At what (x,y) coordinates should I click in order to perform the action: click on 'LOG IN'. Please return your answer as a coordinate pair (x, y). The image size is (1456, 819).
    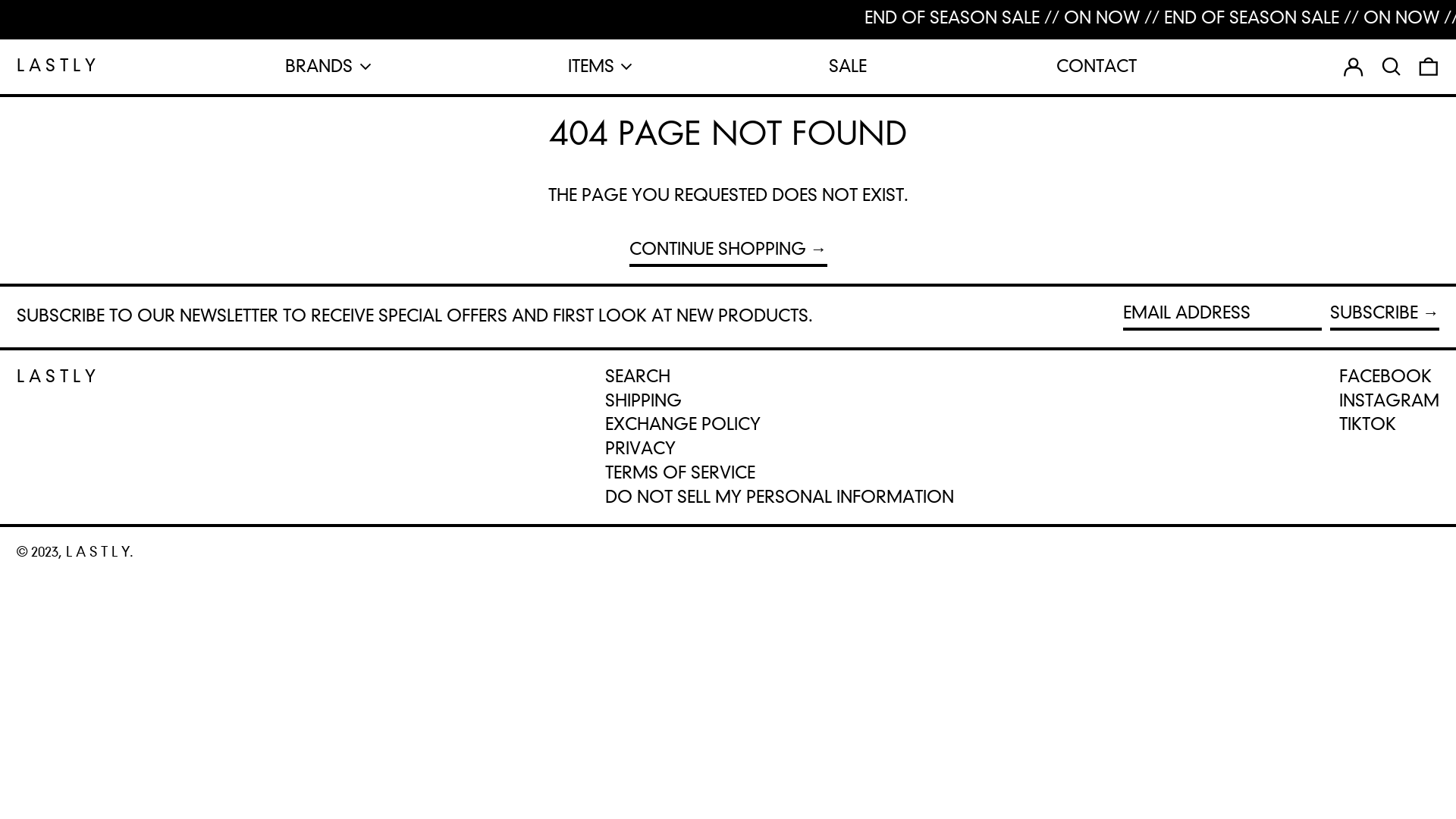
    Looking at the image, I should click on (1354, 66).